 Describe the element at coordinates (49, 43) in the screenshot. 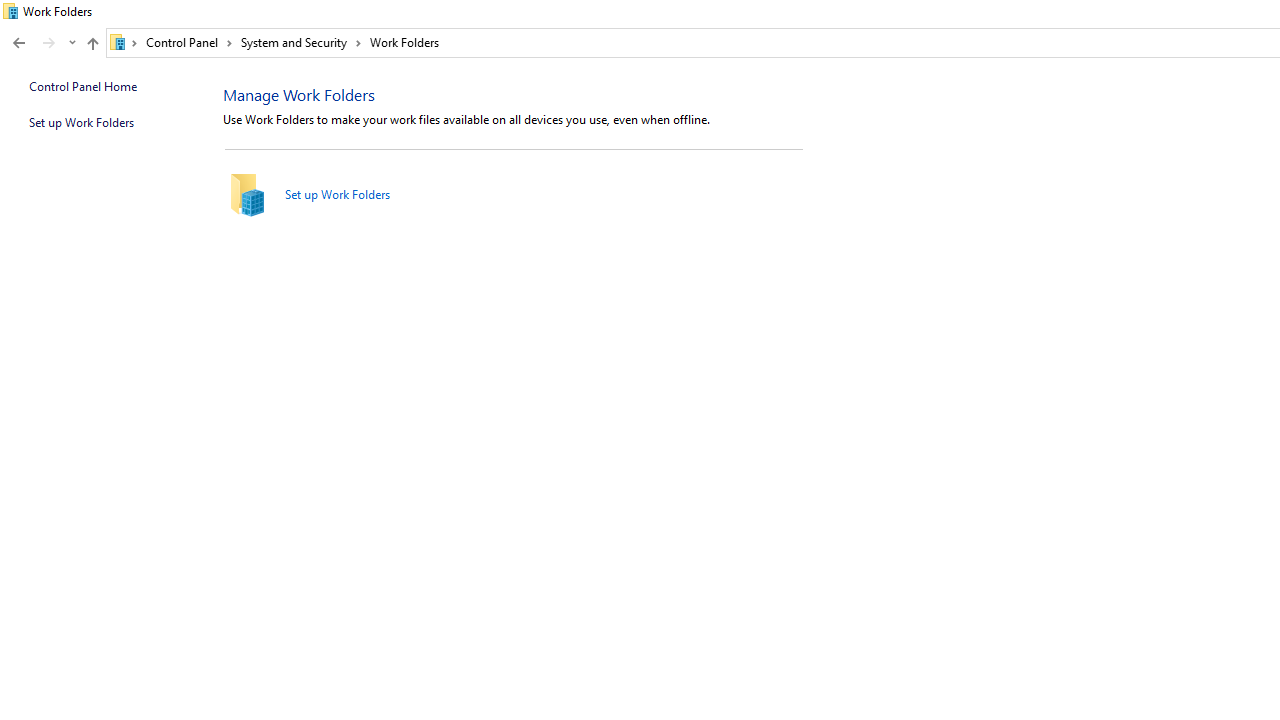

I see `'Forward (Alt + Right Arrow)'` at that location.